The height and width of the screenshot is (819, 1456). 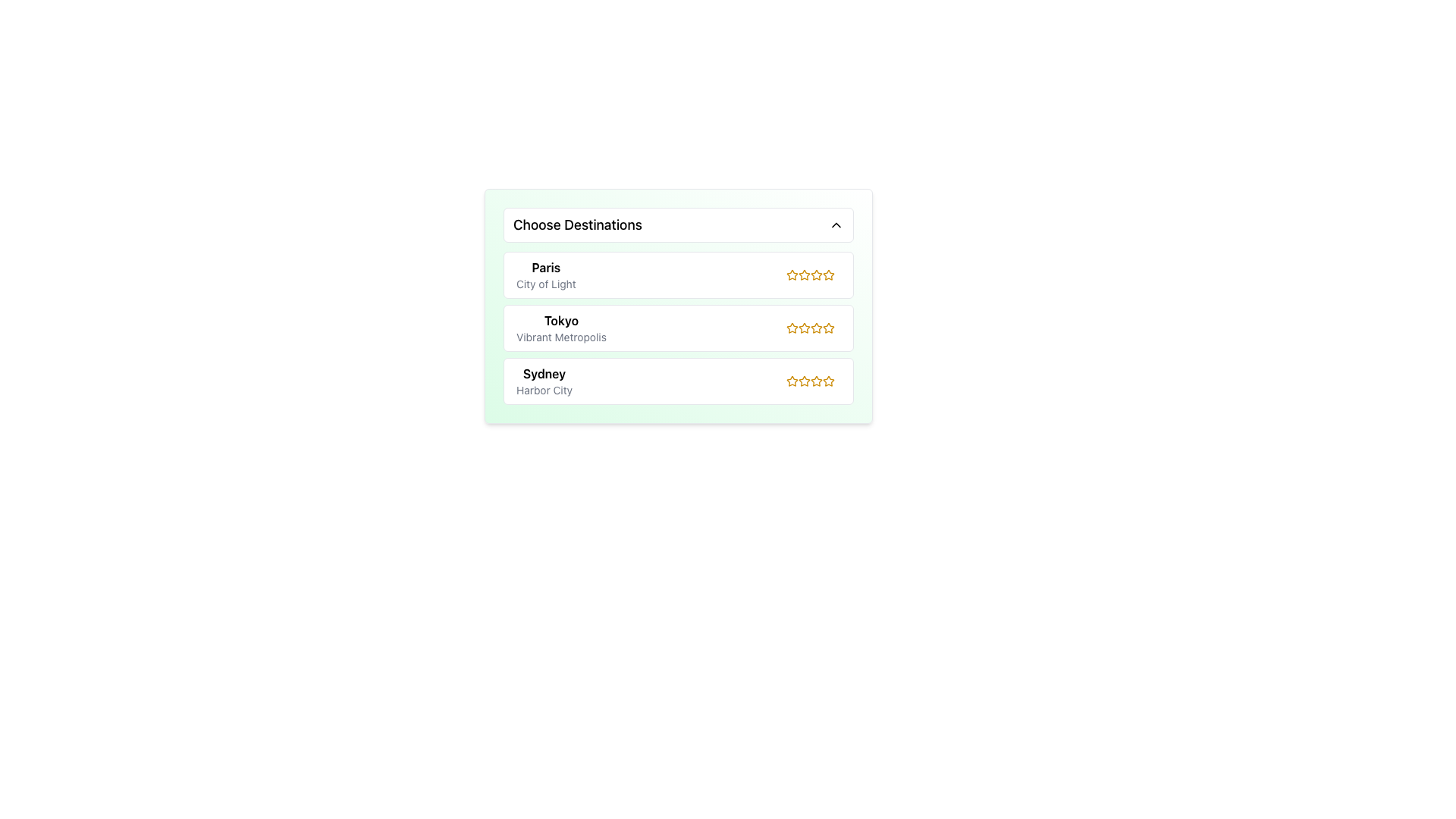 What do you see at coordinates (792, 380) in the screenshot?
I see `the leftmost rating star for 'Sydney'` at bounding box center [792, 380].